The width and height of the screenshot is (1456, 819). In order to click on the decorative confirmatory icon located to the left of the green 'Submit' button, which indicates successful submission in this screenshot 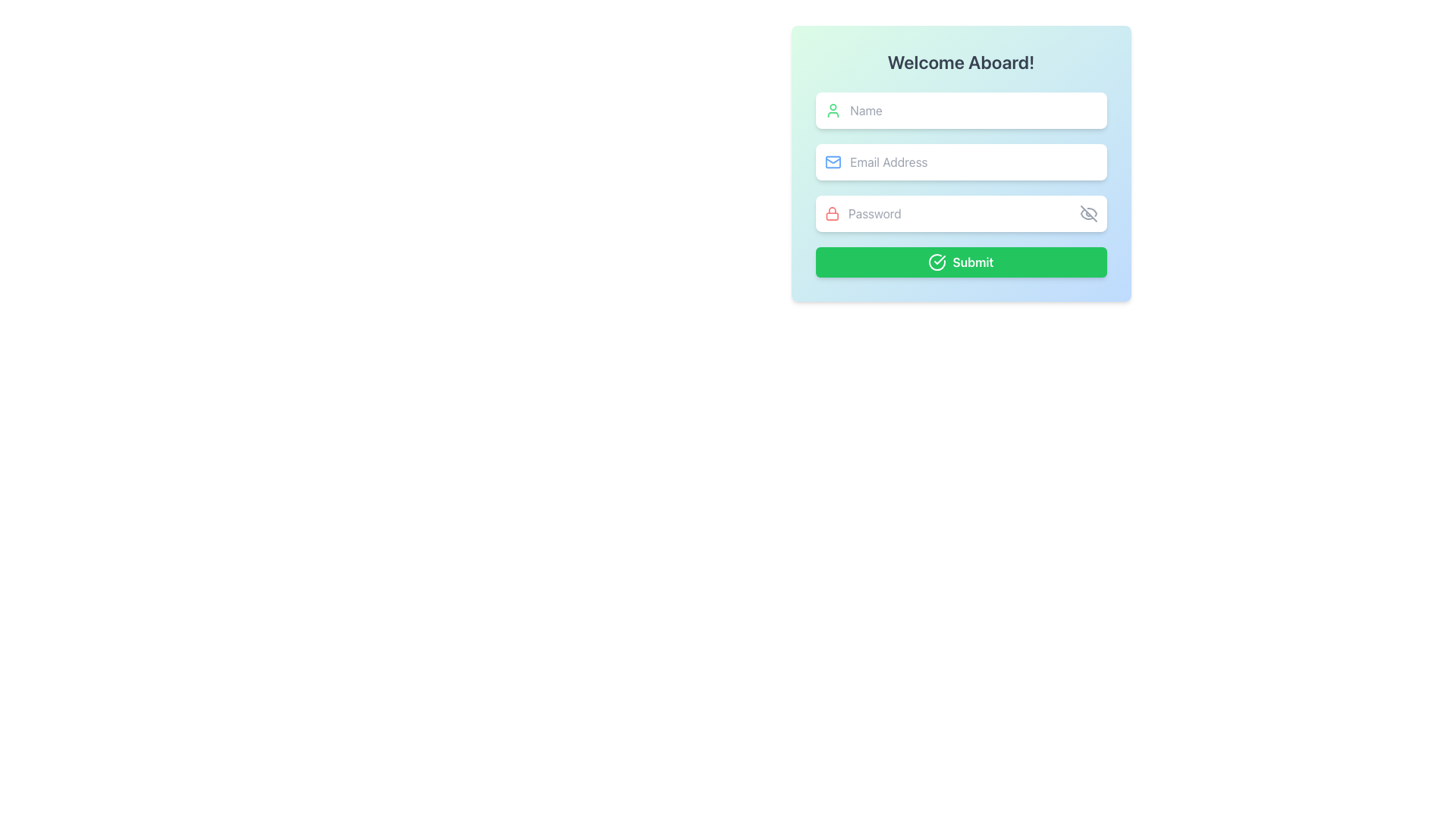, I will do `click(937, 262)`.